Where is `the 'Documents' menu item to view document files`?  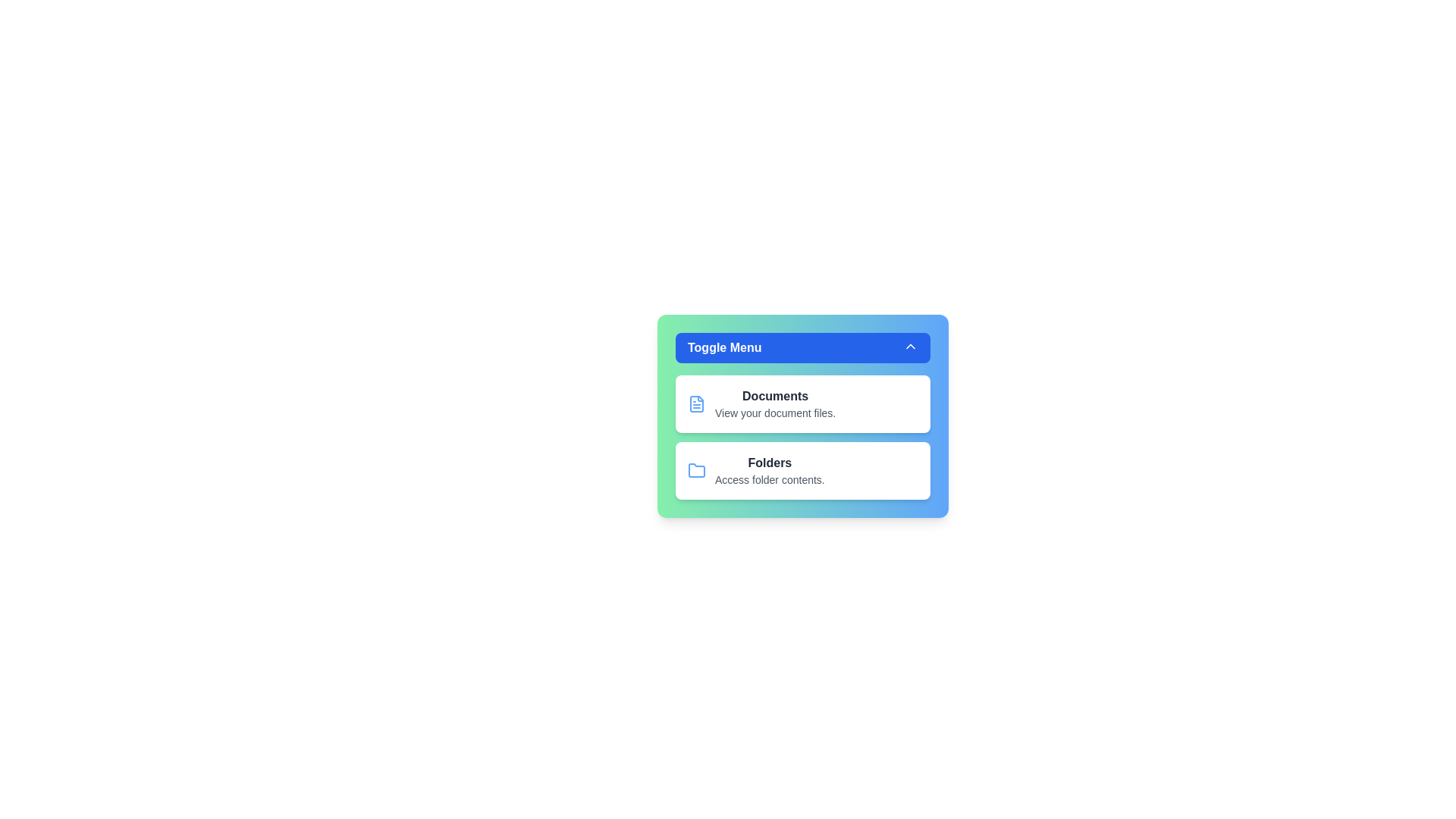
the 'Documents' menu item to view document files is located at coordinates (775, 396).